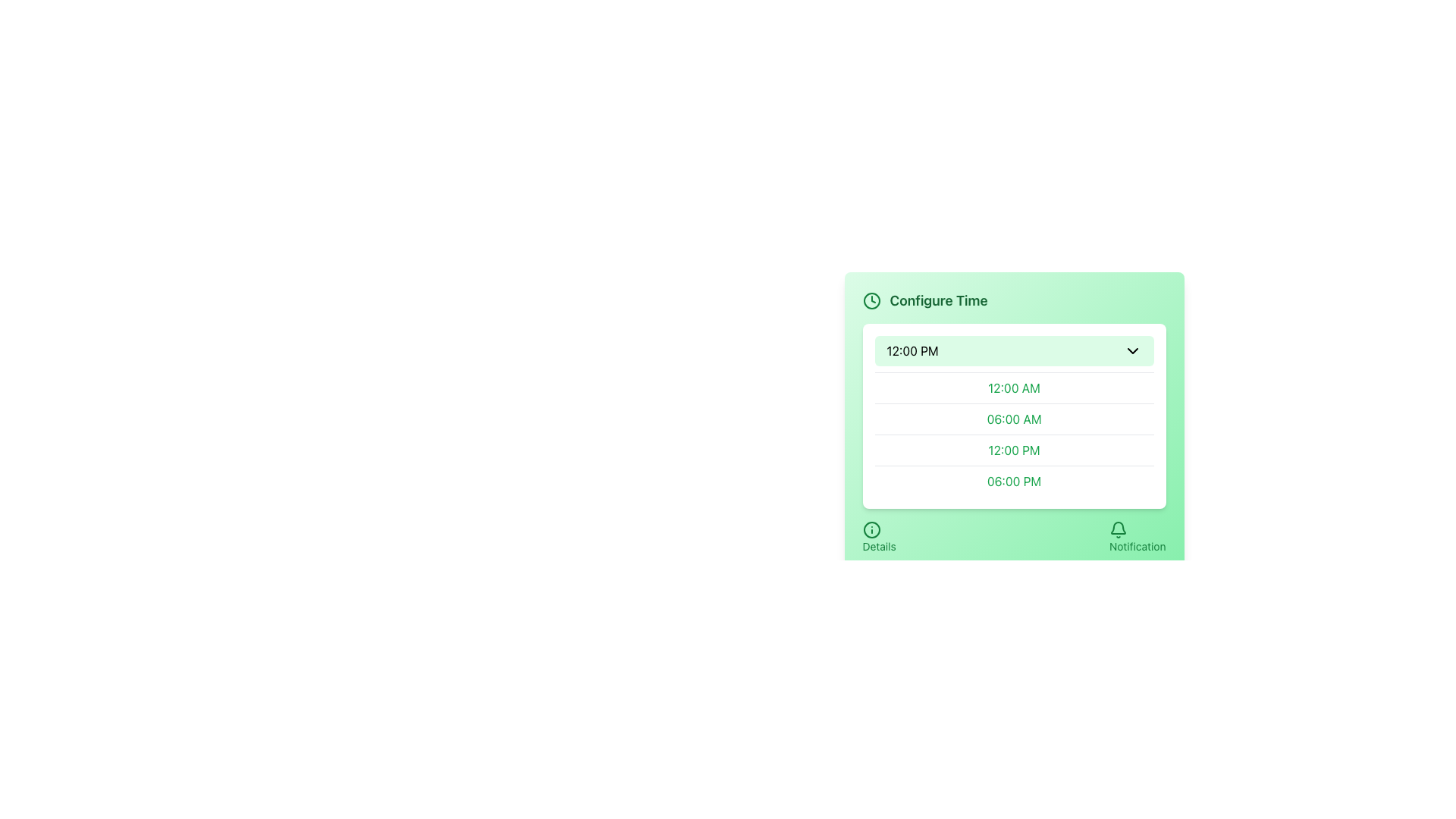 The height and width of the screenshot is (819, 1456). What do you see at coordinates (871, 301) in the screenshot?
I see `the non-interactive circle SVG element that is part of the clock icon located in the top-left area of the time configuration panel` at bounding box center [871, 301].